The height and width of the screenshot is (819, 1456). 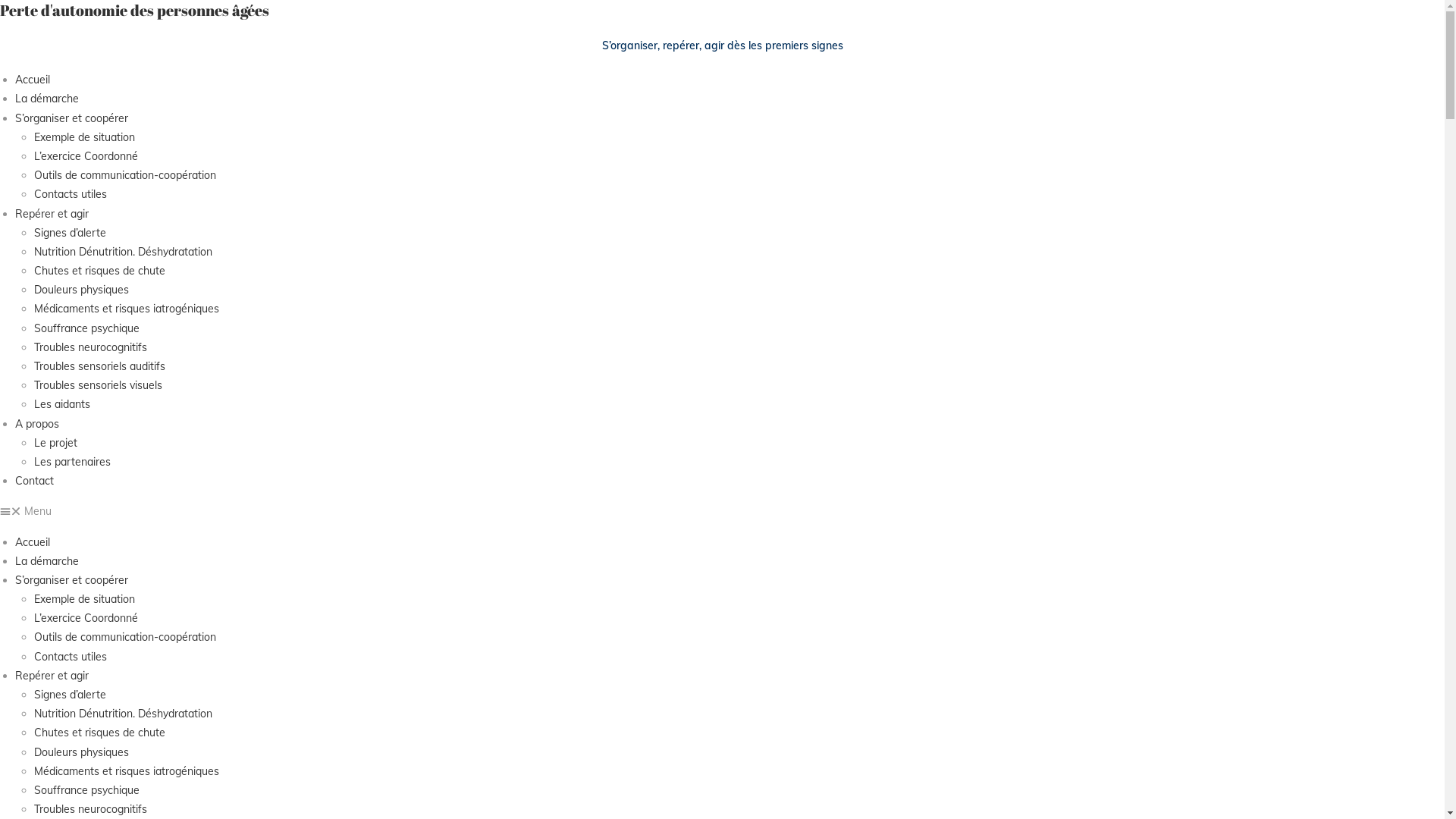 I want to click on 'Troubles sensoriels visuels', so click(x=97, y=384).